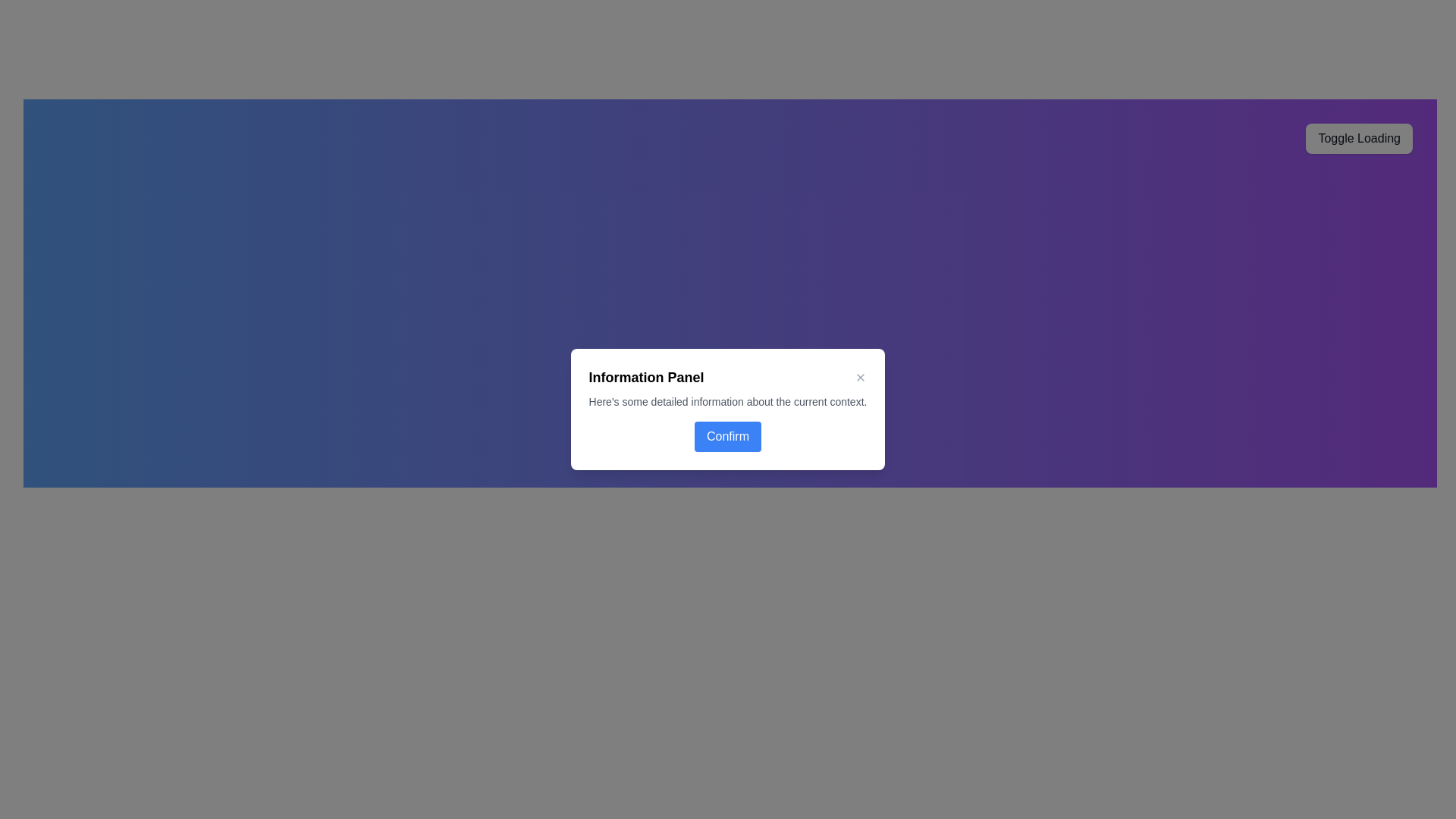  I want to click on the button located, so click(860, 376).